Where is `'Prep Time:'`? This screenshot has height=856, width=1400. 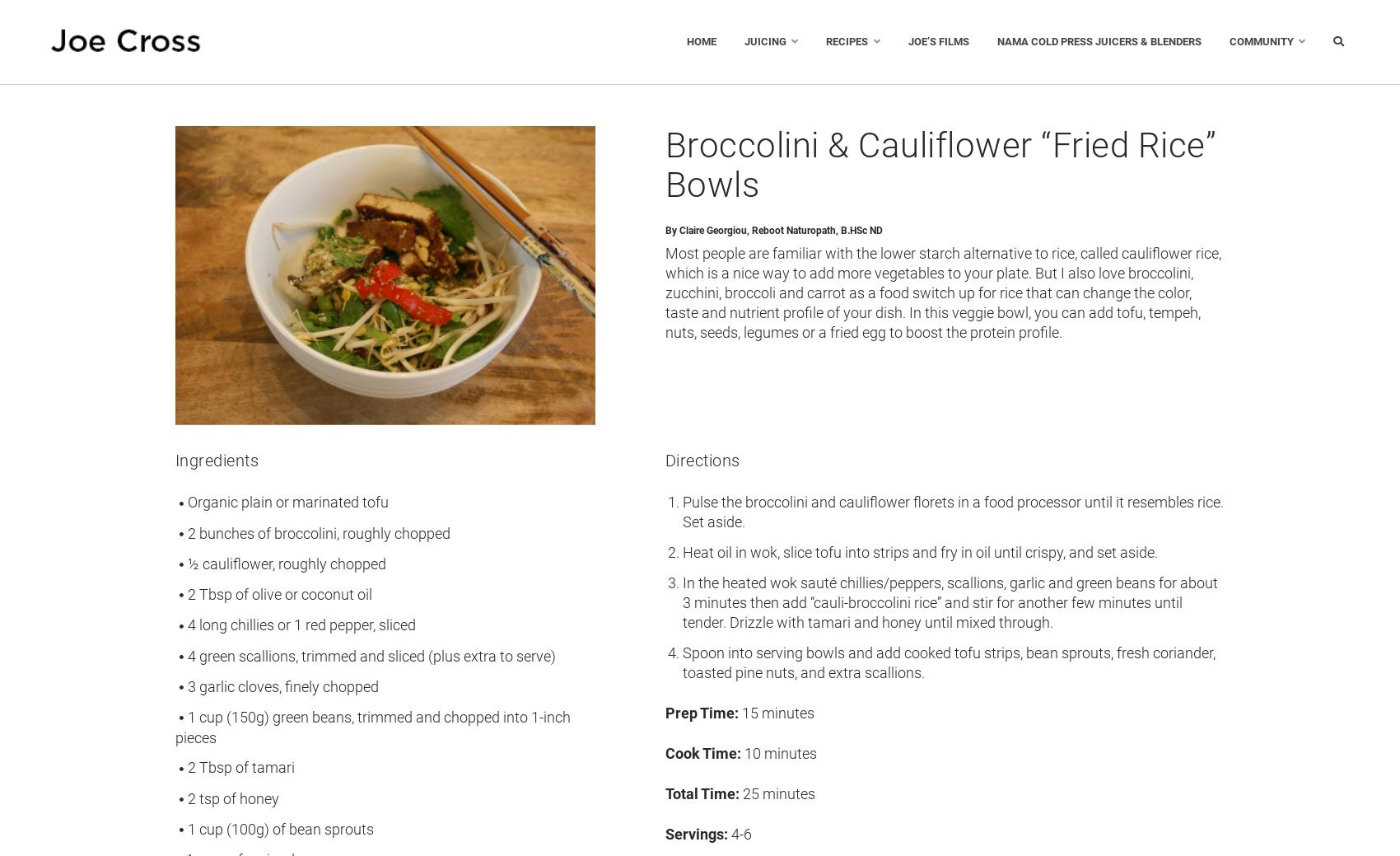 'Prep Time:' is located at coordinates (701, 711).